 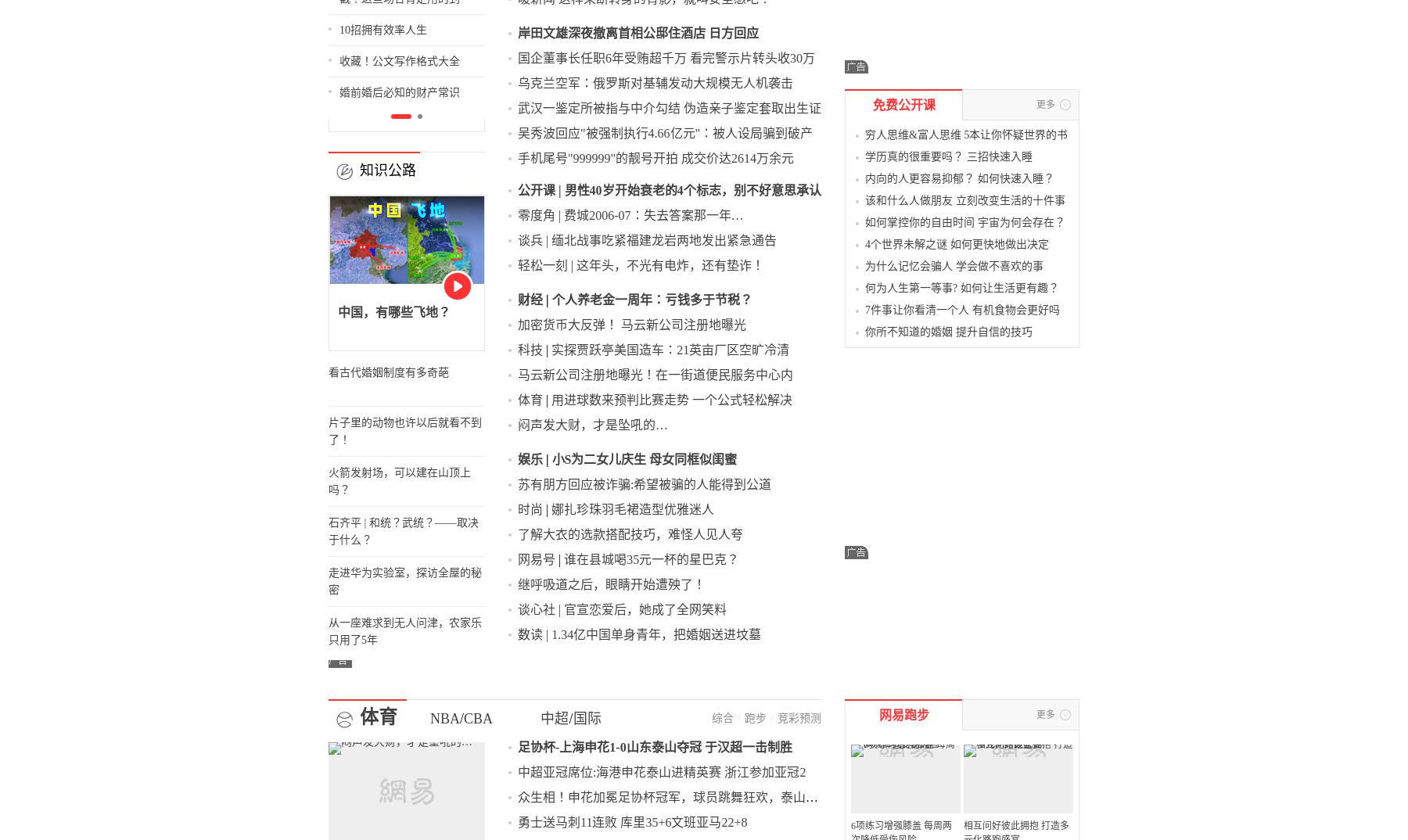 I want to click on 'CBA', so click(x=383, y=655).